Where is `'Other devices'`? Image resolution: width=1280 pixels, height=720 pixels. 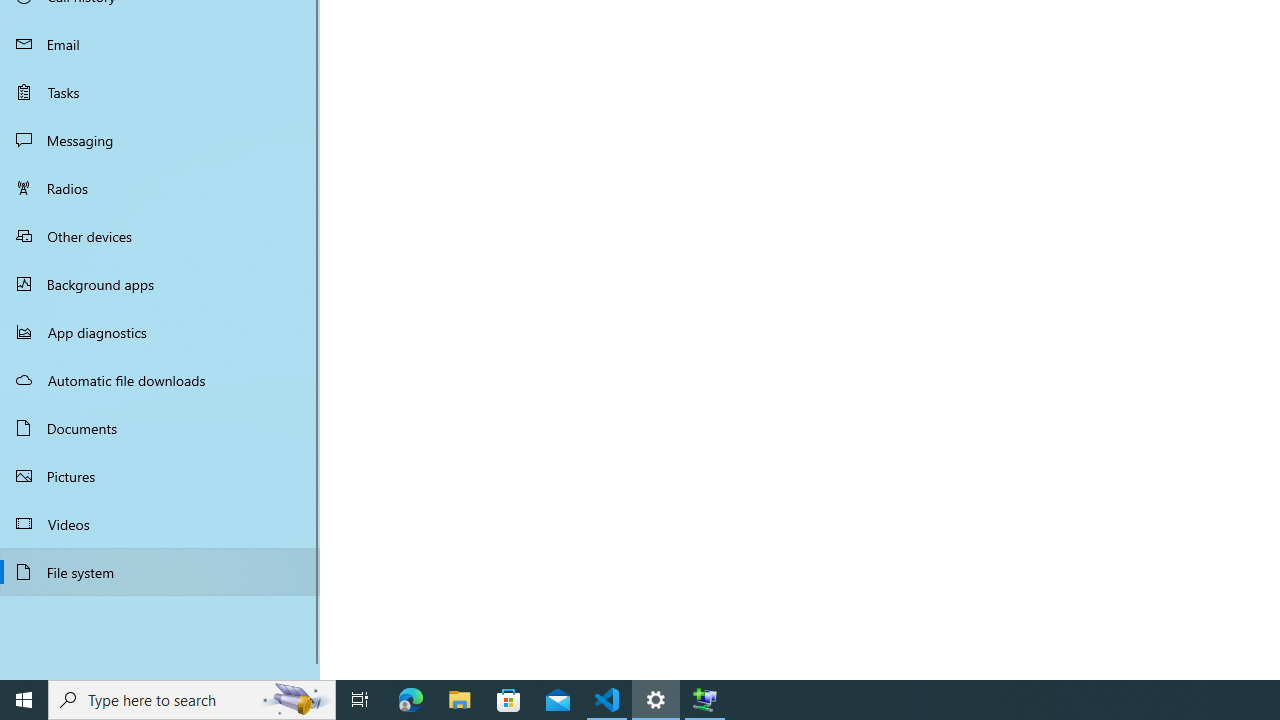 'Other devices' is located at coordinates (160, 234).